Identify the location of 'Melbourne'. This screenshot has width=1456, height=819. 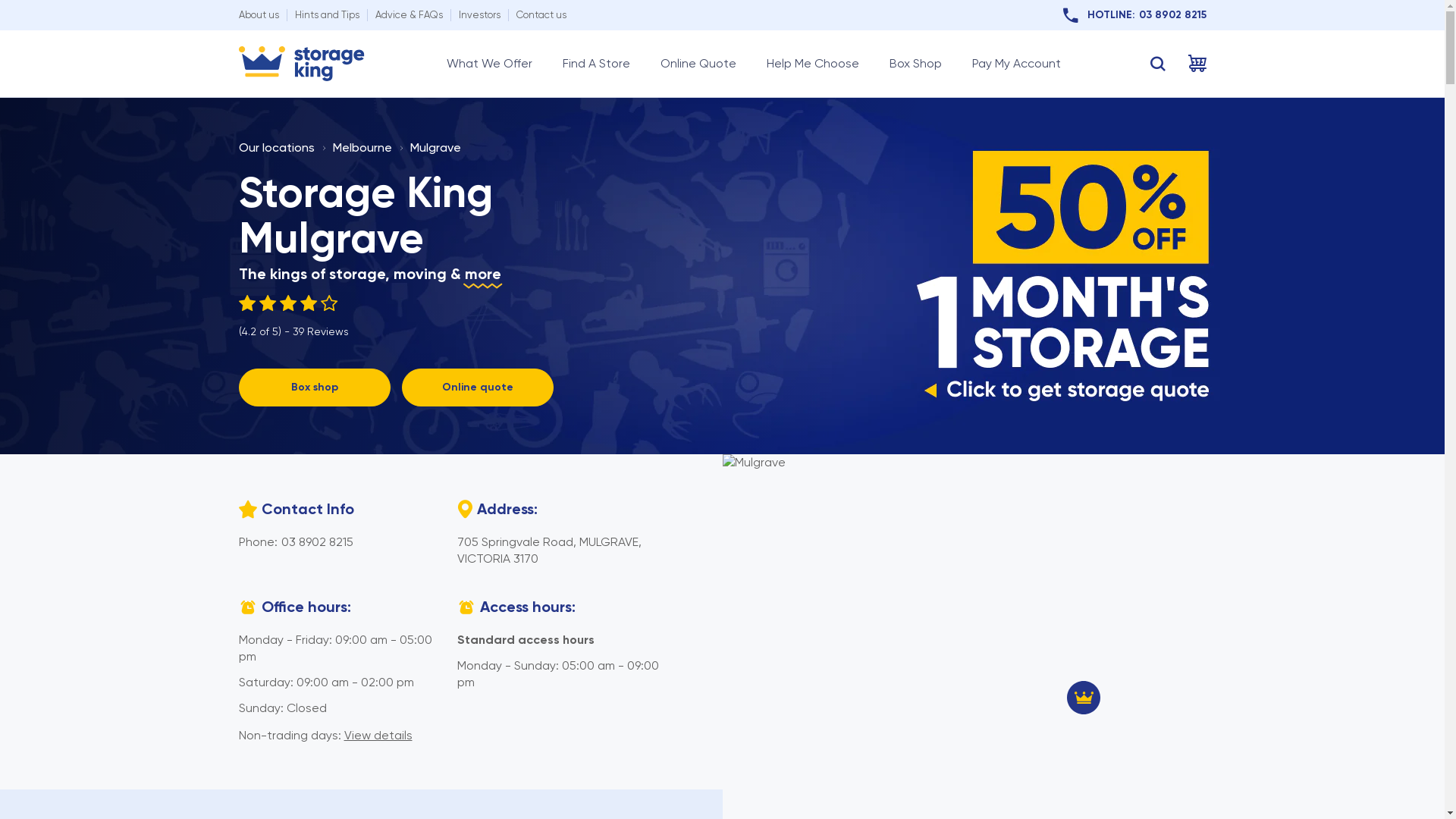
(360, 147).